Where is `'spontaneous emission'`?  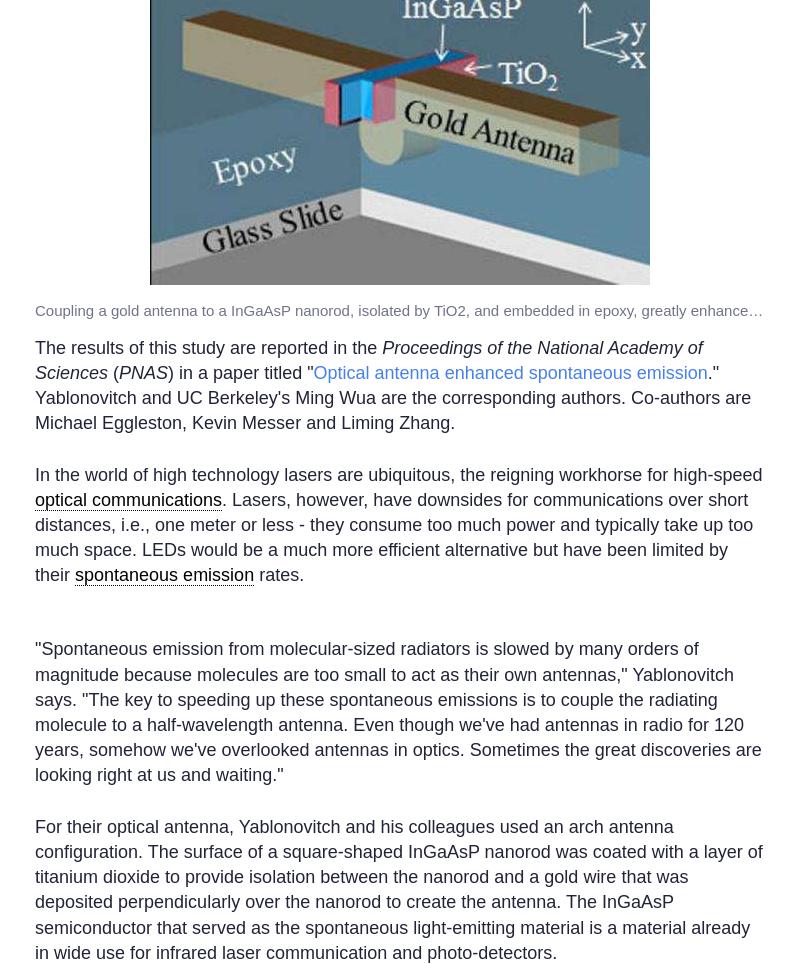 'spontaneous emission' is located at coordinates (164, 574).